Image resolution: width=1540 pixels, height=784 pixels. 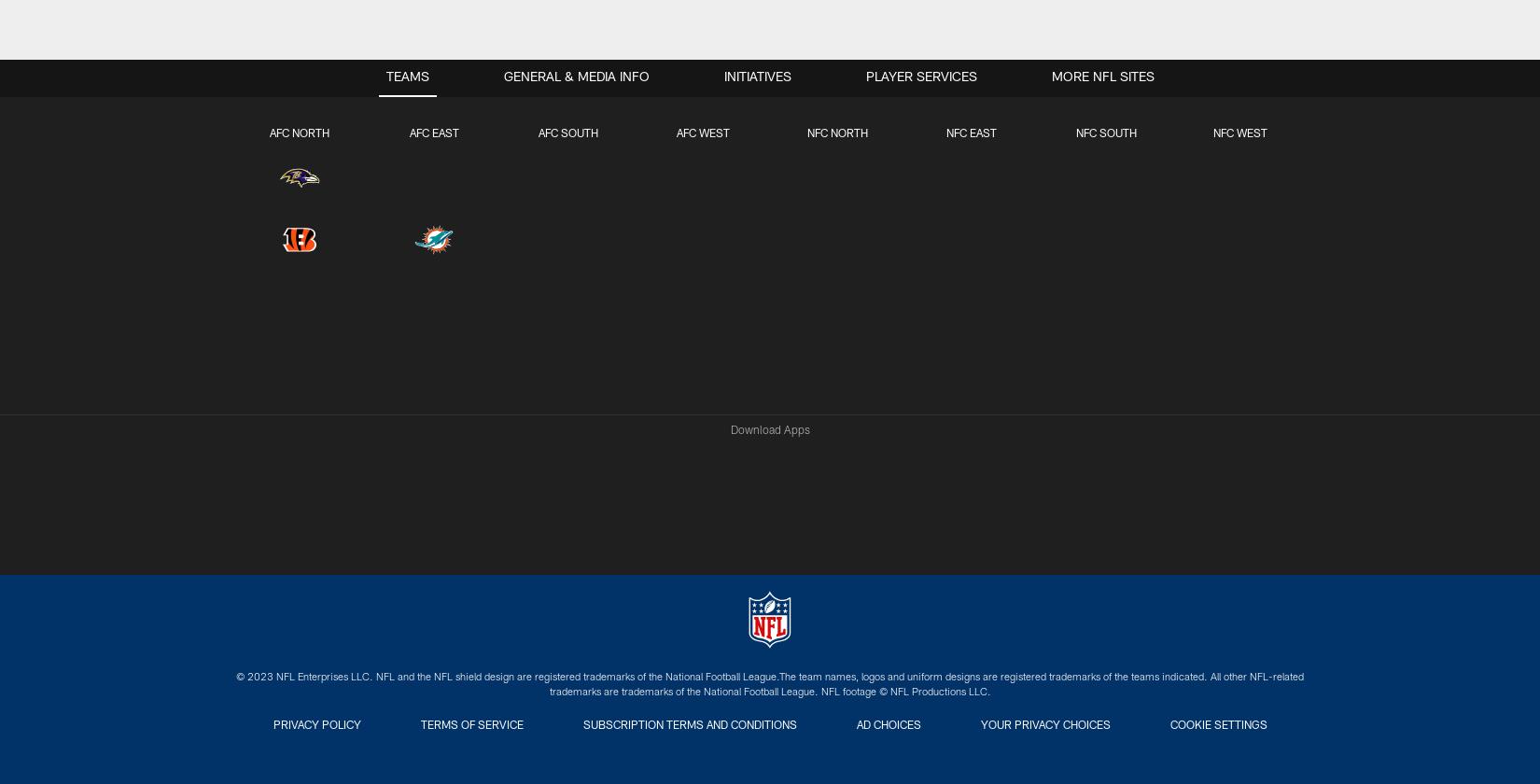 I want to click on 'Download Apps', so click(x=728, y=431).